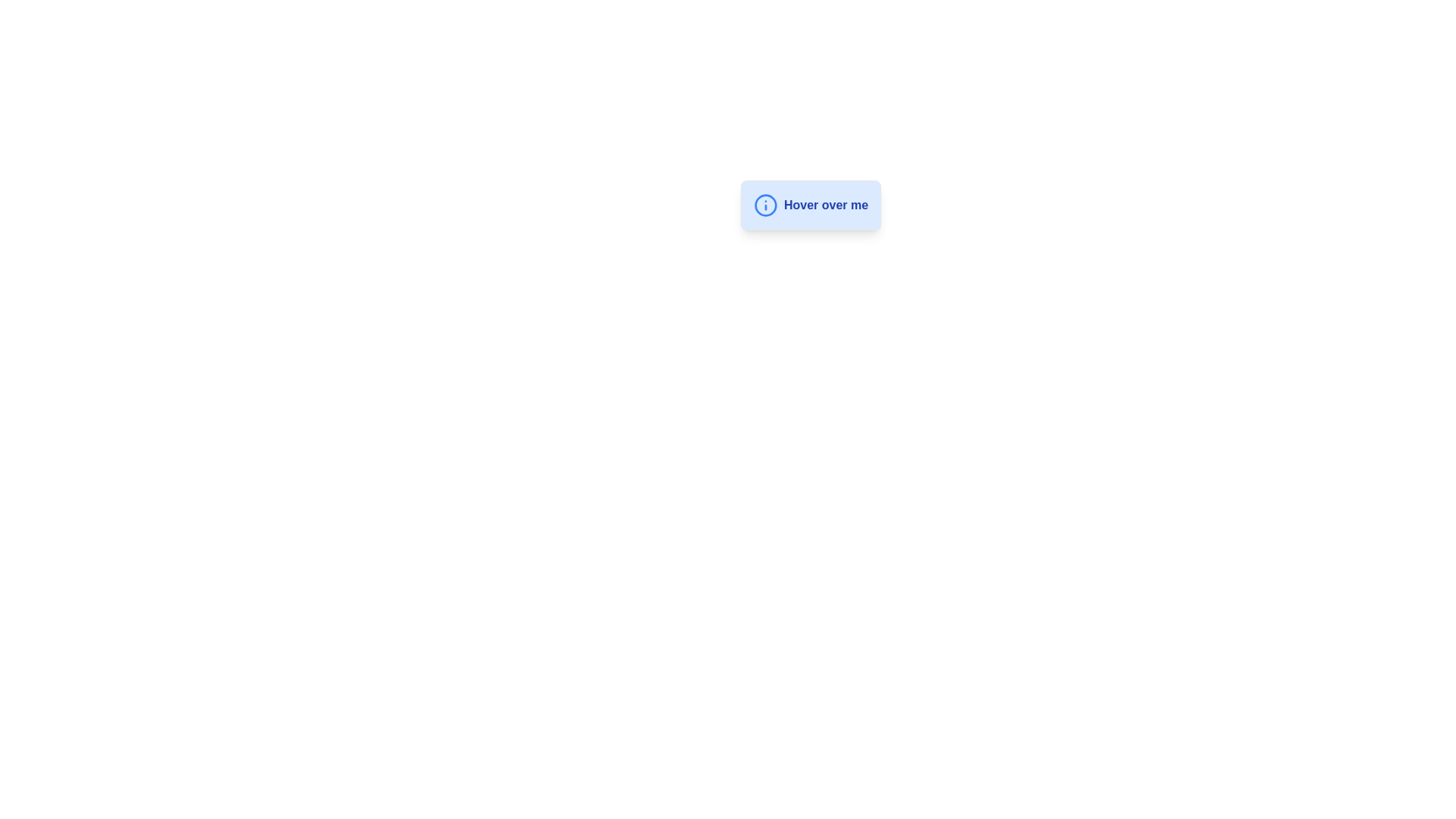 The width and height of the screenshot is (1456, 819). What do you see at coordinates (825, 205) in the screenshot?
I see `the text label that reads 'Hover over me', which is styled with a blue font color and bold formatting, located inside a light blue rounded rectangle` at bounding box center [825, 205].